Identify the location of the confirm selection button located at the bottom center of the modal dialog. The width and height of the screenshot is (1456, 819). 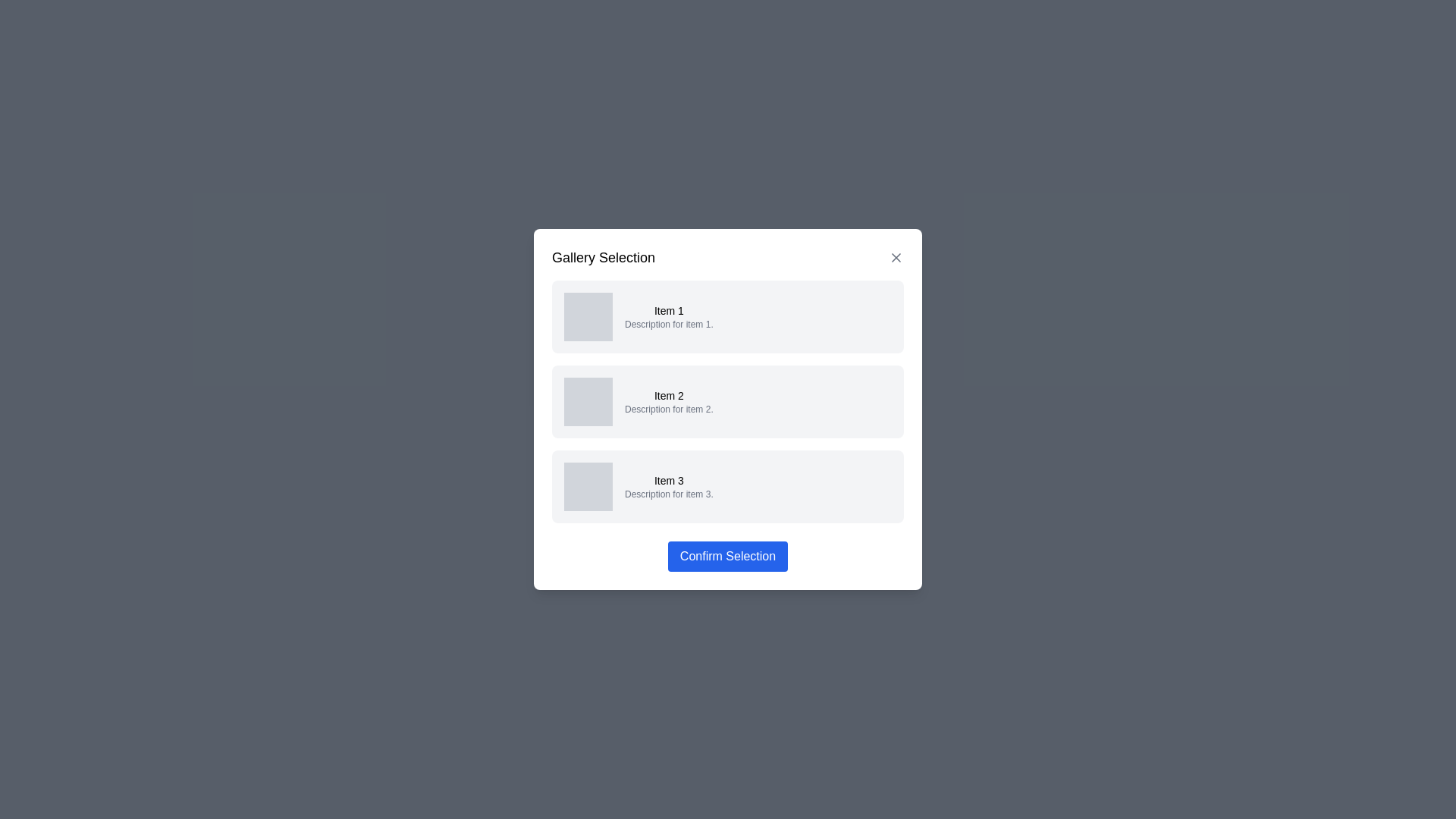
(728, 556).